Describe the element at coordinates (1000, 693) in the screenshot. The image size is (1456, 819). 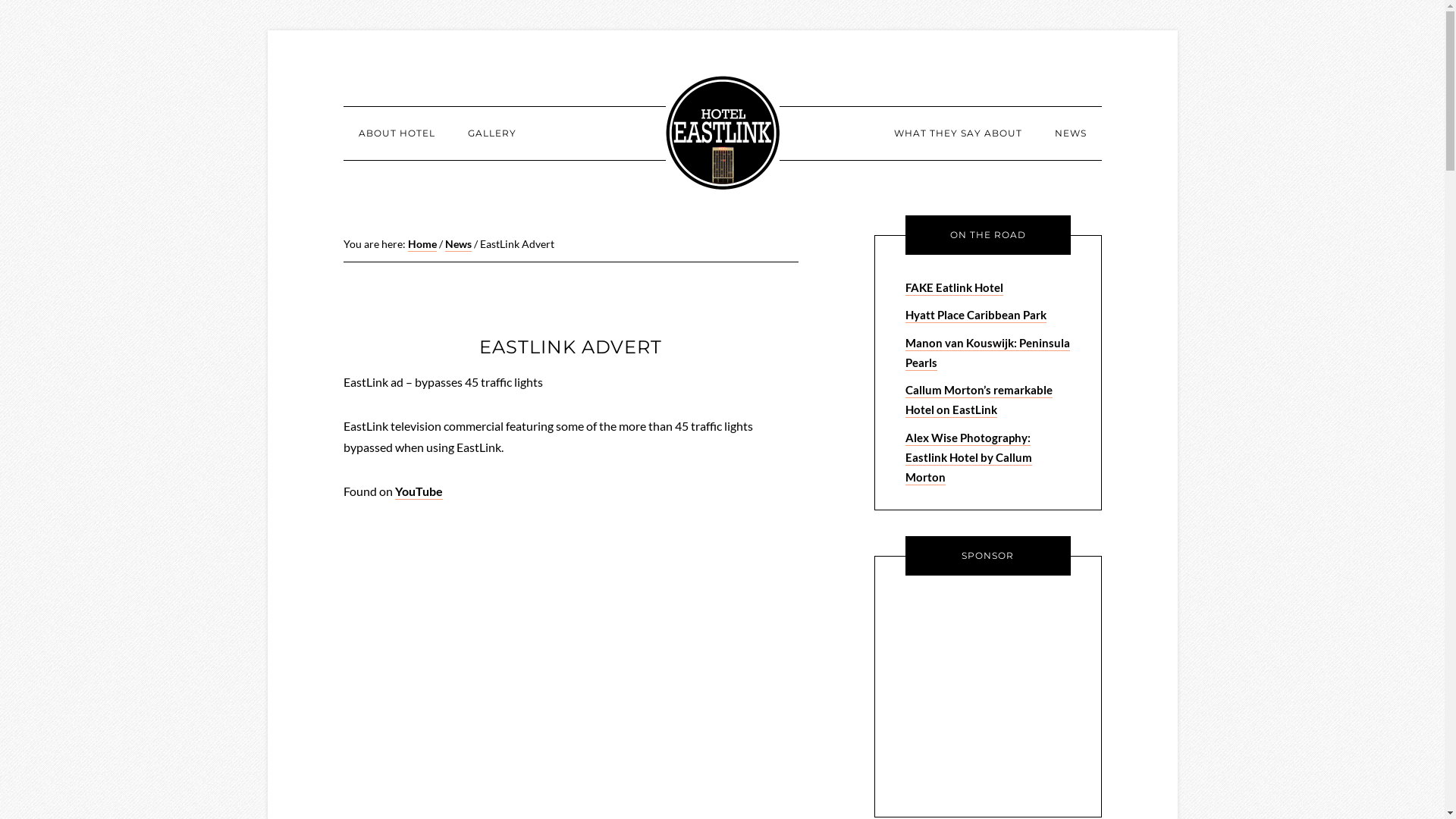
I see `'Advertisement'` at that location.